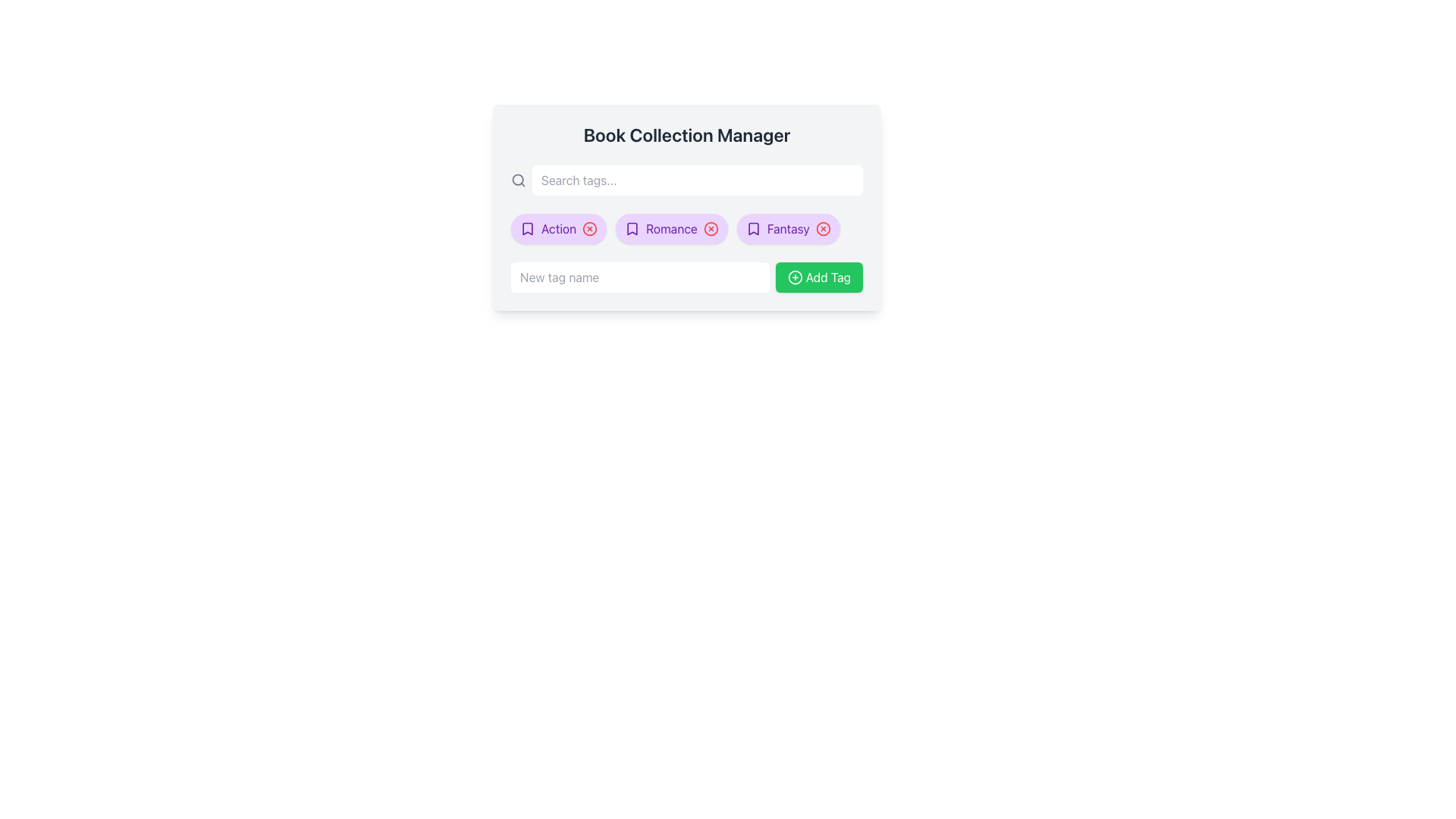  What do you see at coordinates (518, 179) in the screenshot?
I see `the SVG Circle icon that represents the search function, which is positioned to the left of the 'Search tags...' input field` at bounding box center [518, 179].